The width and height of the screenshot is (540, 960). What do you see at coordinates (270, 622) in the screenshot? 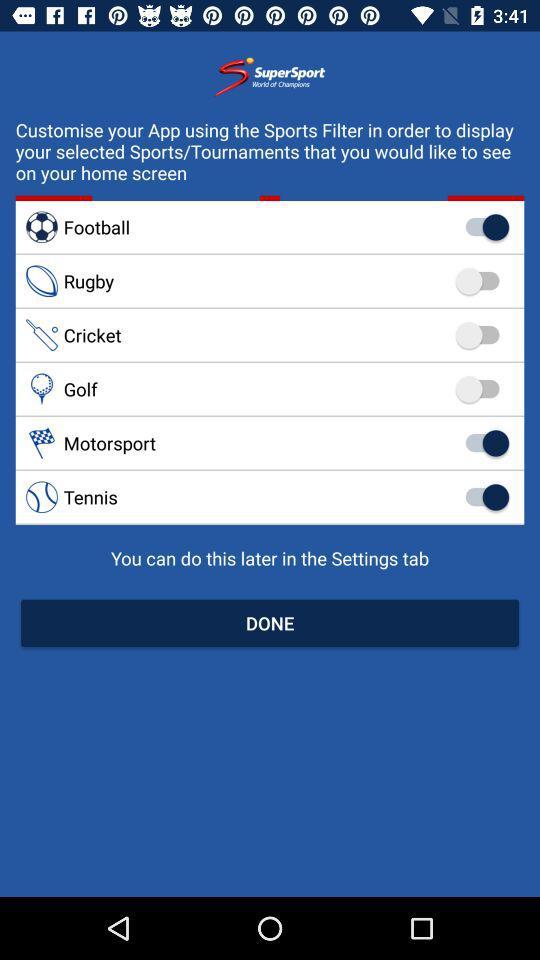
I see `done` at bounding box center [270, 622].